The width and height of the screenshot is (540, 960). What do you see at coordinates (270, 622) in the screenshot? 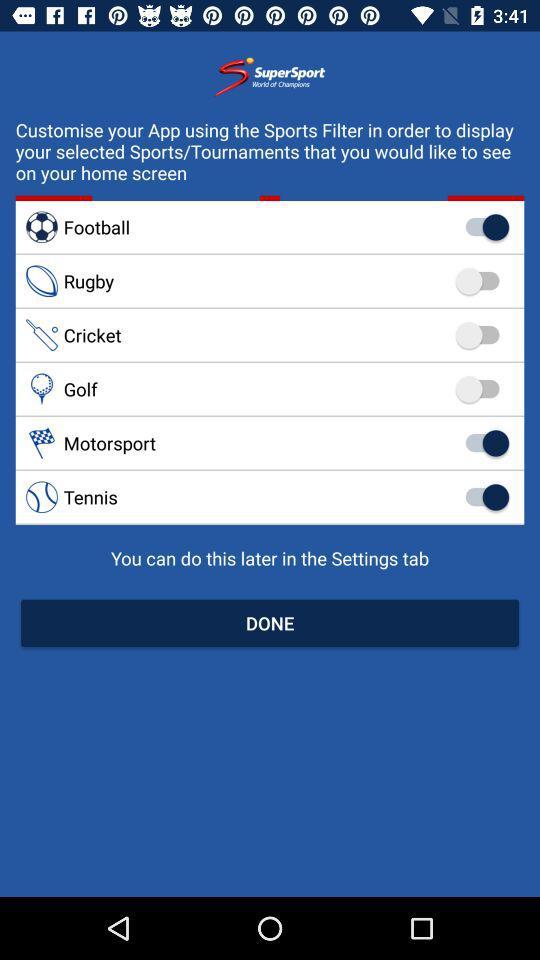
I see `done` at bounding box center [270, 622].